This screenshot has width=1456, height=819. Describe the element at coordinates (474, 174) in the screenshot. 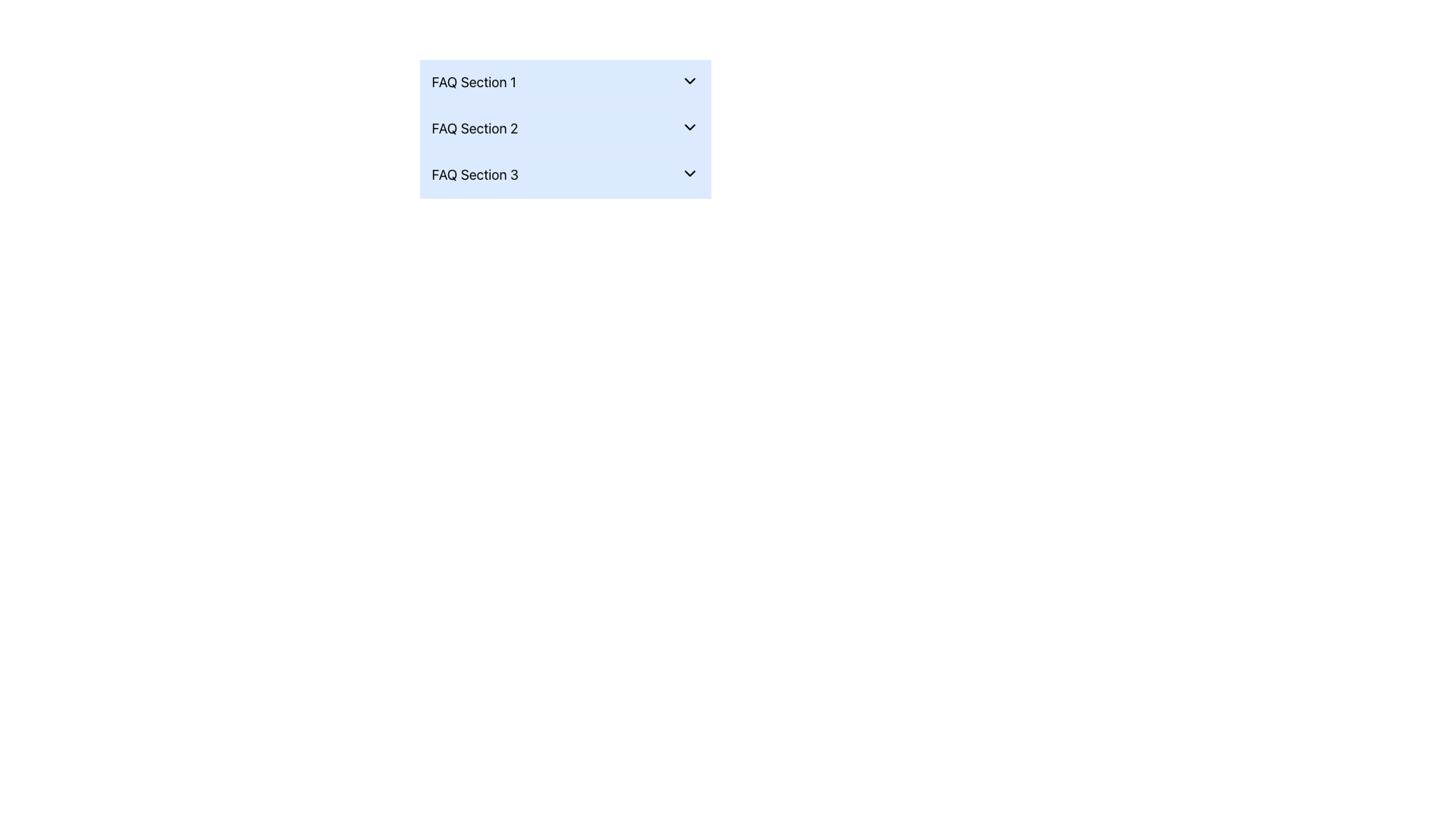

I see `the text label reading 'FAQ Section 3'` at that location.